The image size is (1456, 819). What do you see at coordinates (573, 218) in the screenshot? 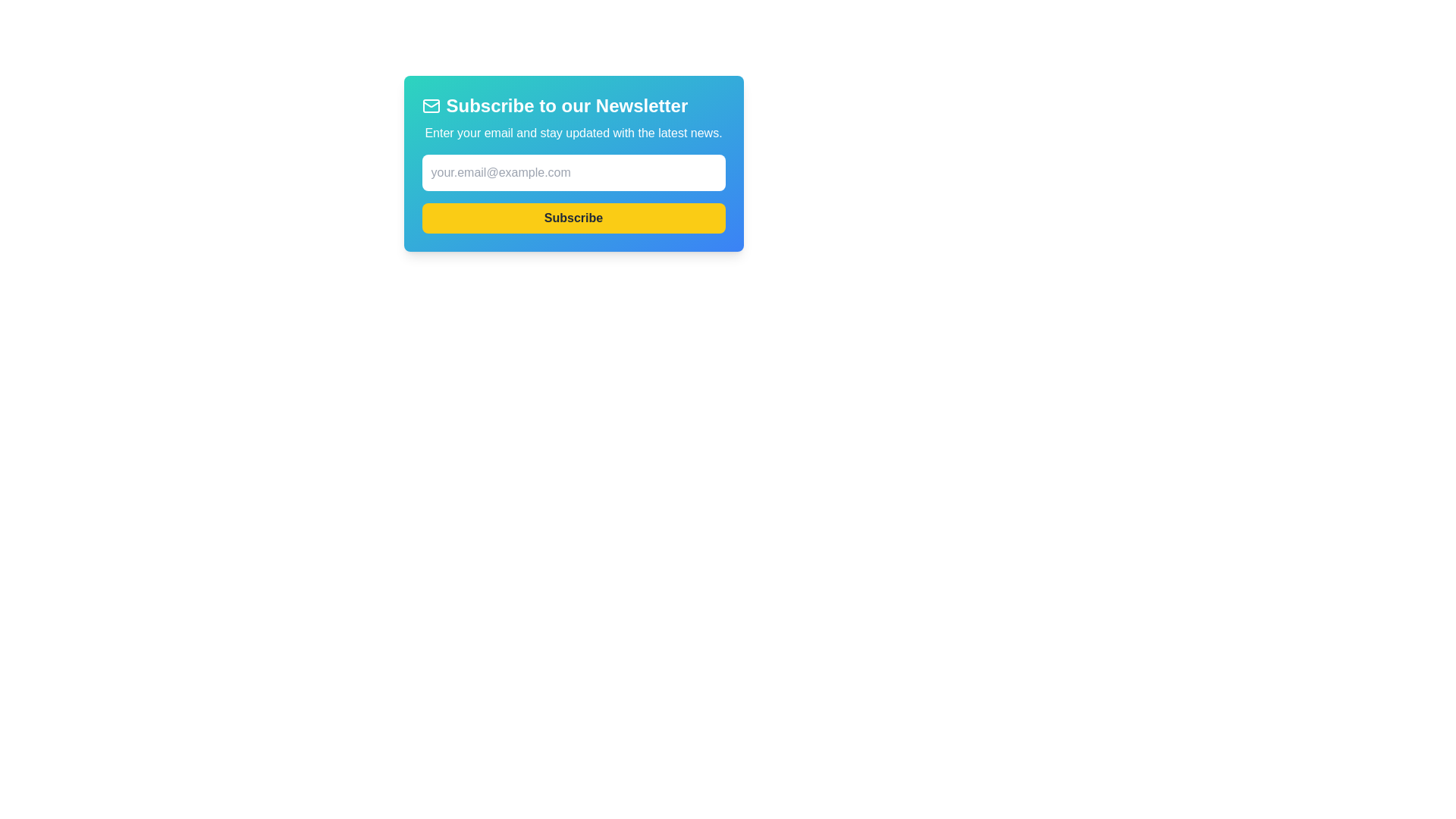
I see `the 'Subscribe' button, which is a vibrant yellow rectangular button with rounded corners and bold gray text, to trigger the color change effect` at bounding box center [573, 218].